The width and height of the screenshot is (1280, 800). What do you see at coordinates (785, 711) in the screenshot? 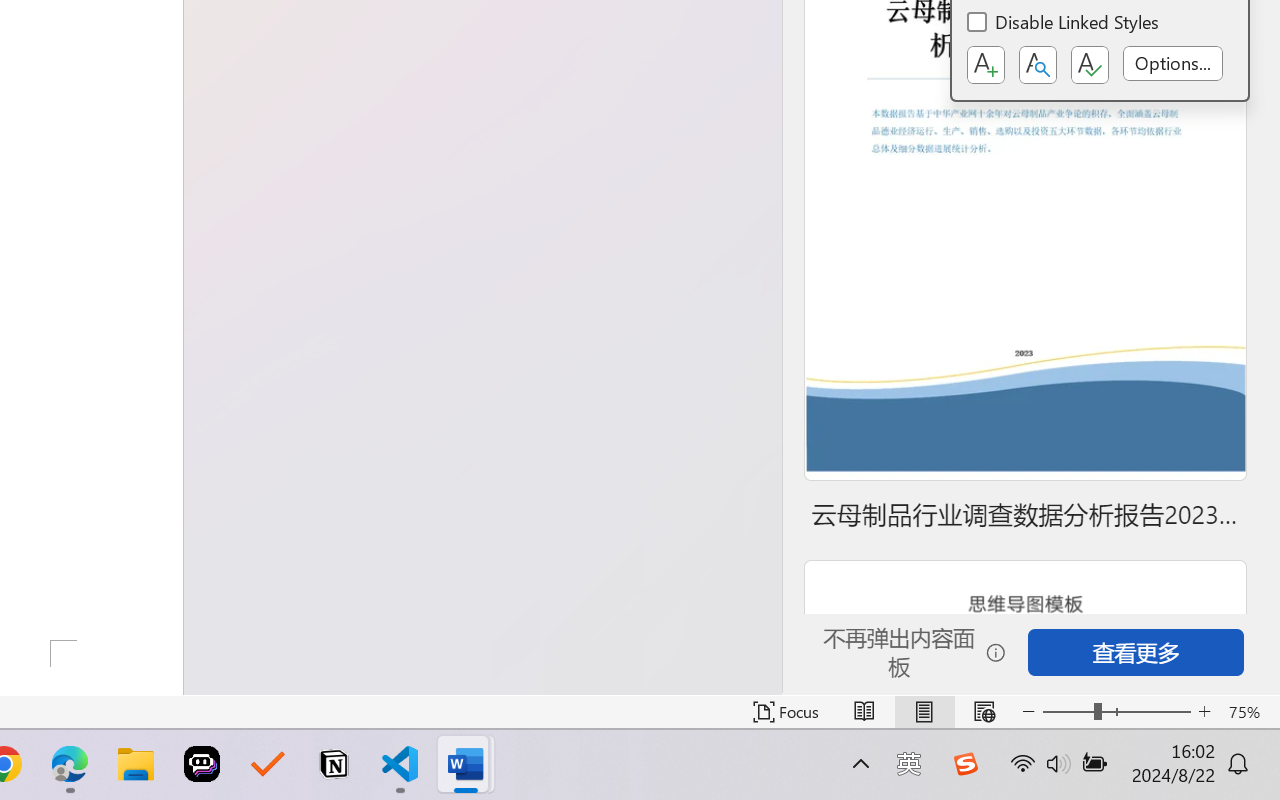
I see `'Focus '` at bounding box center [785, 711].